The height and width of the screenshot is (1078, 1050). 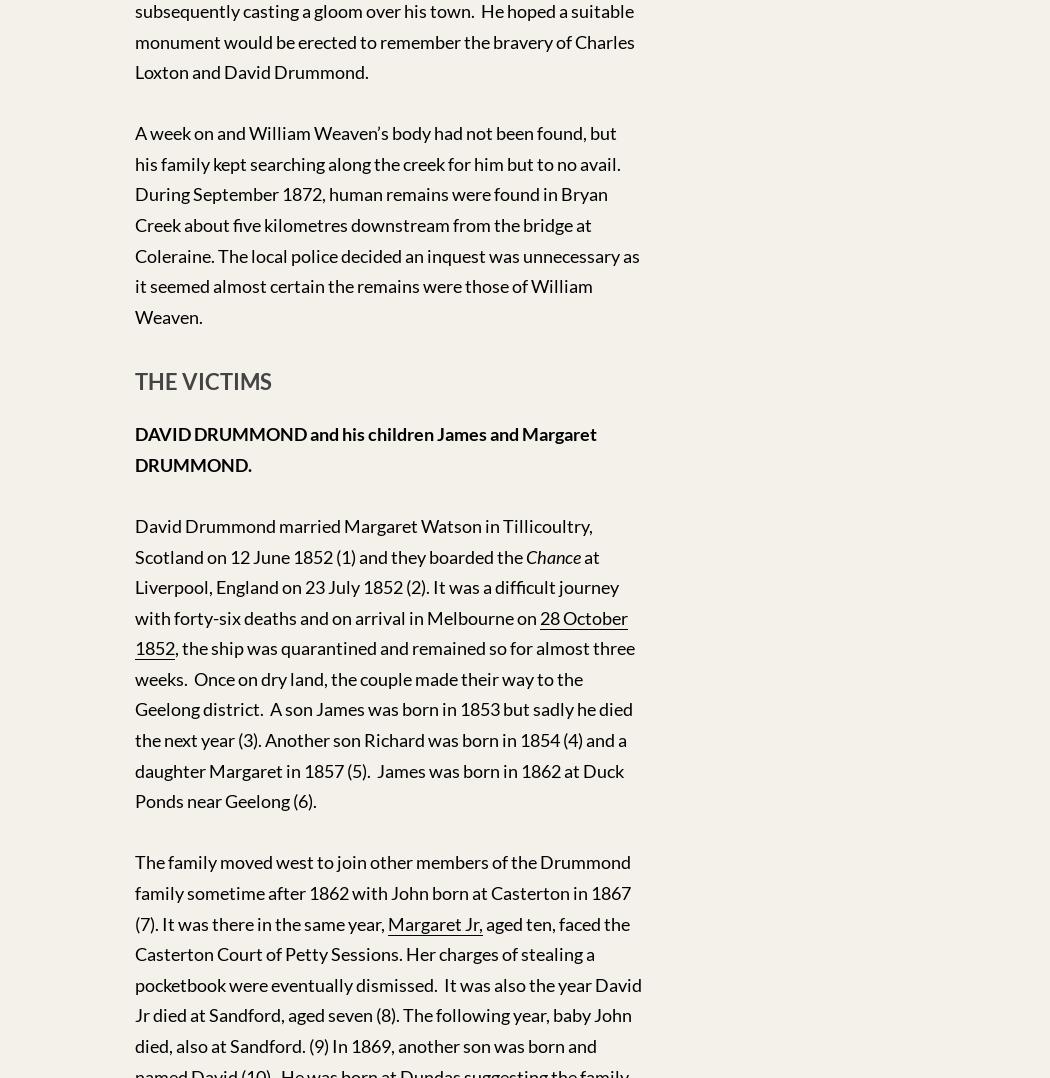 I want to click on 'Margaret Jr,', so click(x=434, y=922).